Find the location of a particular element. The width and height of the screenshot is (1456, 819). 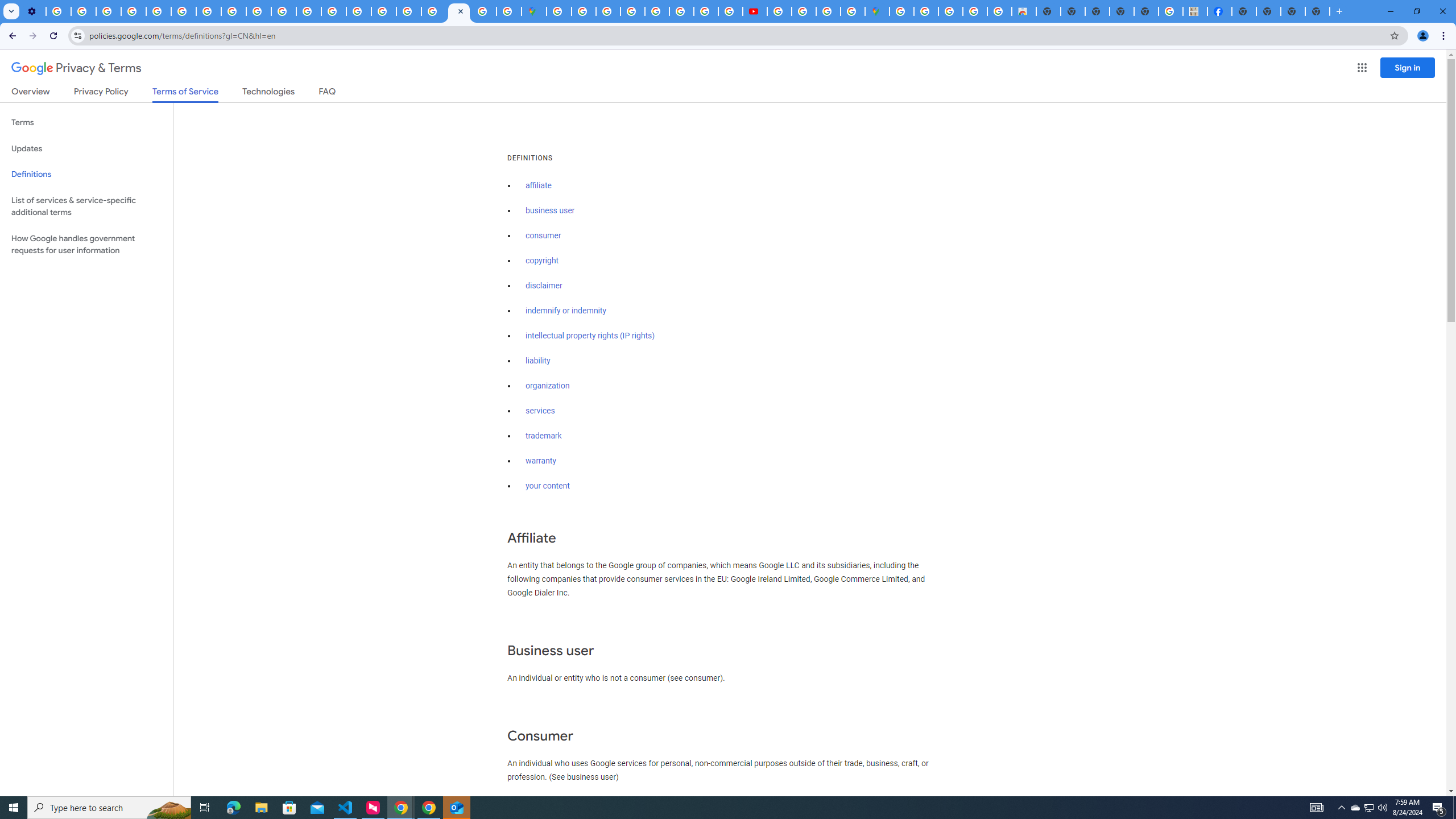

'liability' is located at coordinates (537, 361).